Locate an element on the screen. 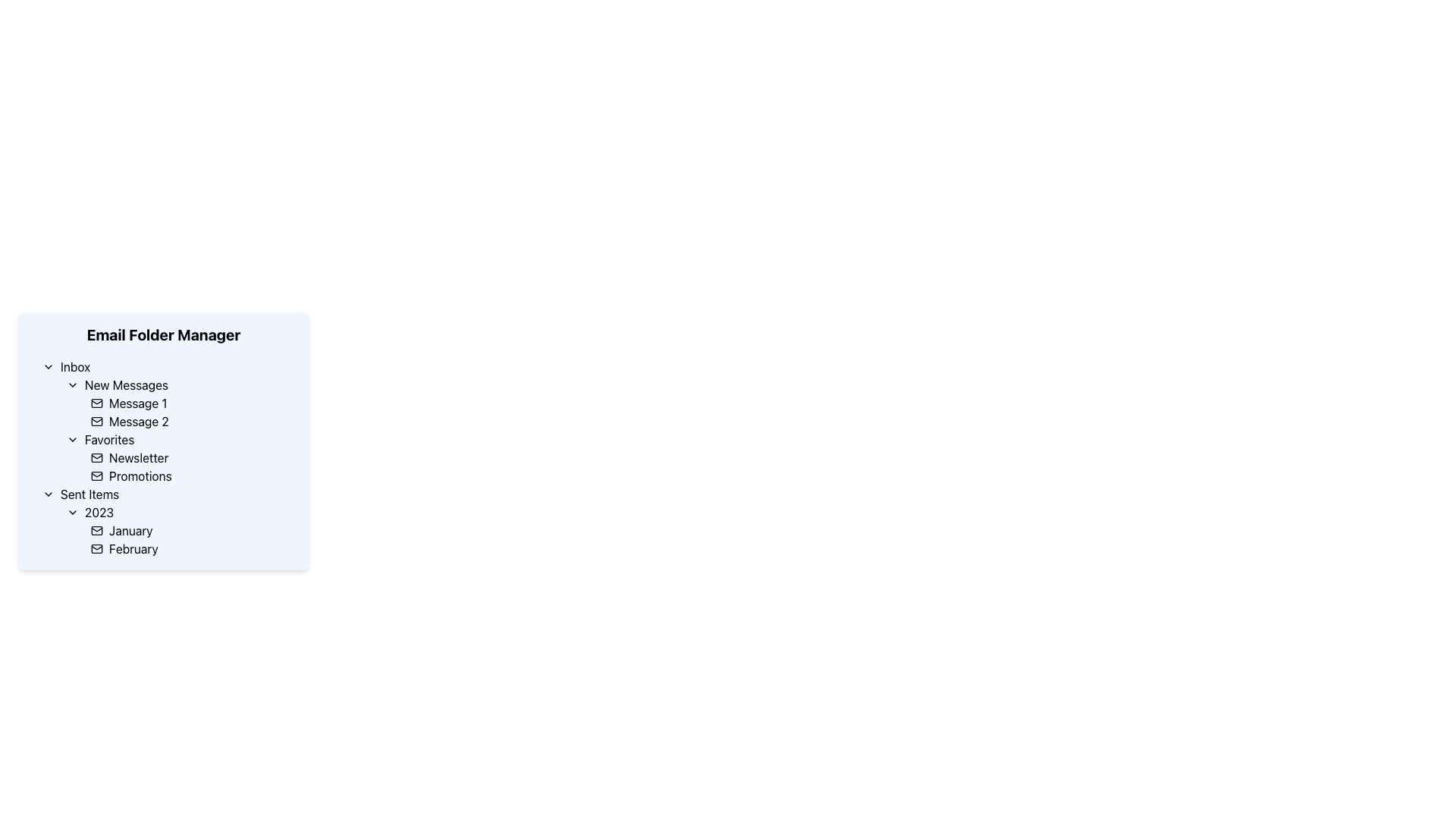 The width and height of the screenshot is (1456, 819). the minimalist mail icon located in the 'Favorites' section, specifically to the left of the 'Newsletter' label is located at coordinates (96, 457).